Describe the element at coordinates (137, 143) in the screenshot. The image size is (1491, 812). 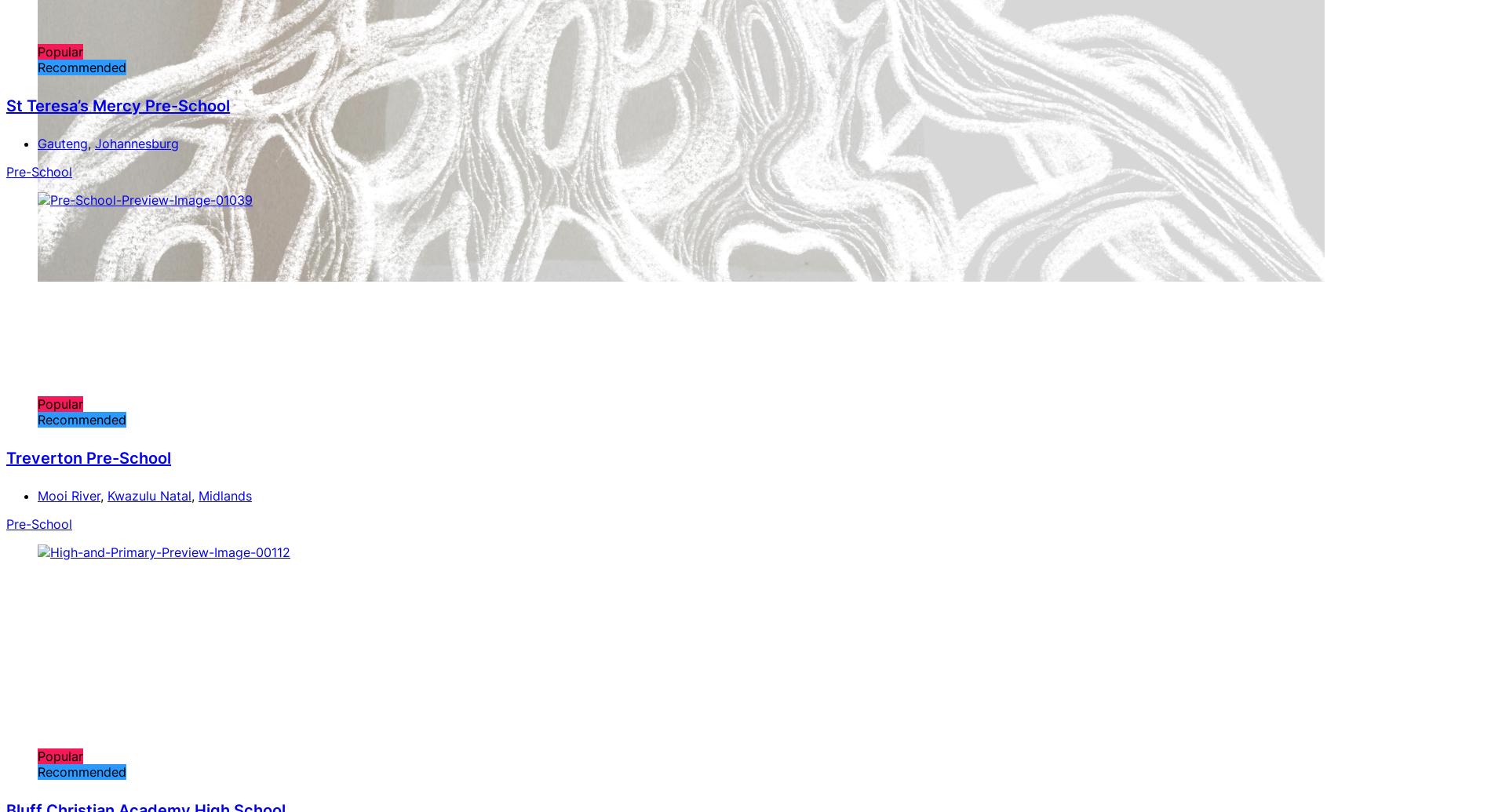
I see `'Johannesburg'` at that location.